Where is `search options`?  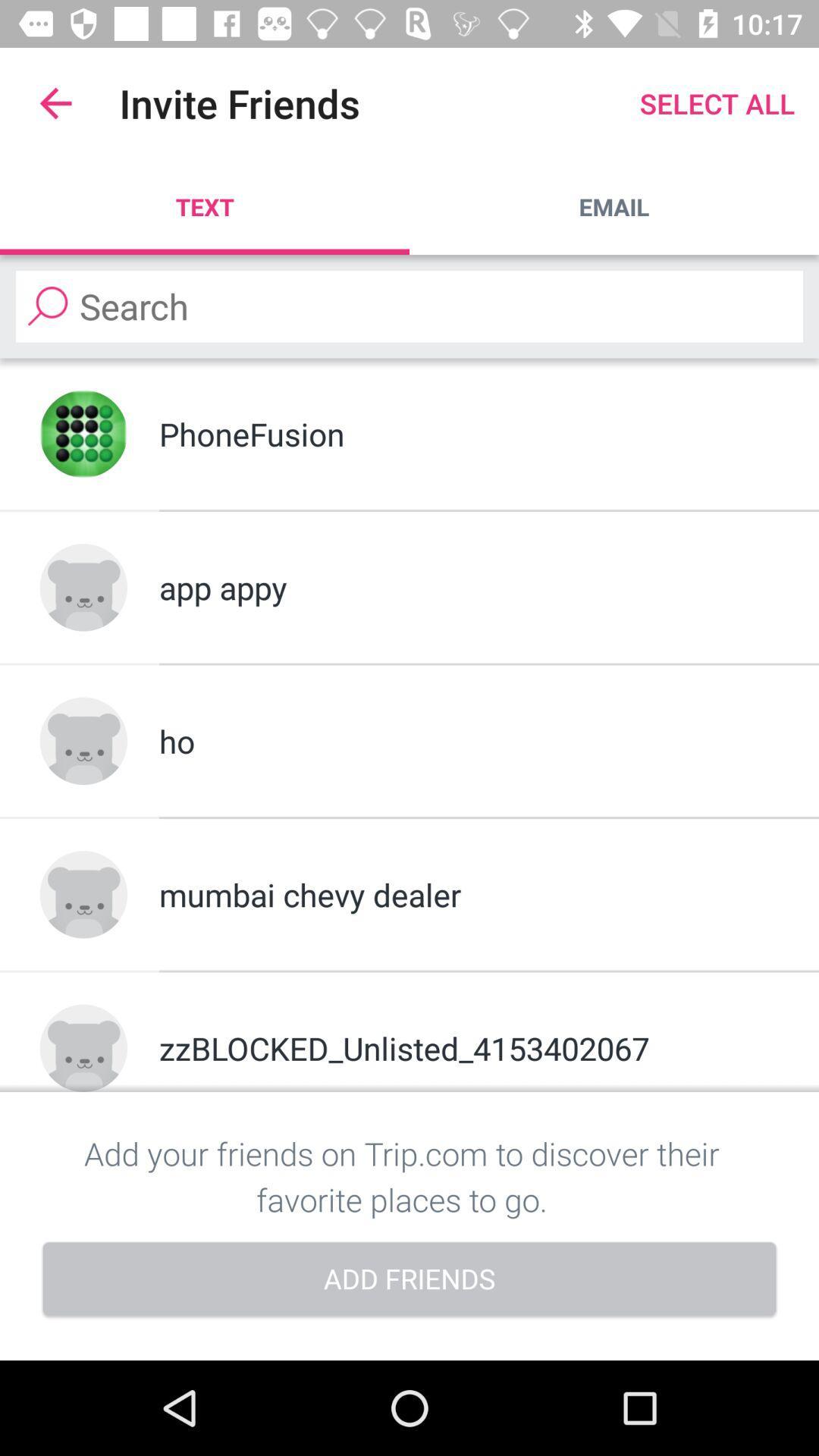
search options is located at coordinates (409, 306).